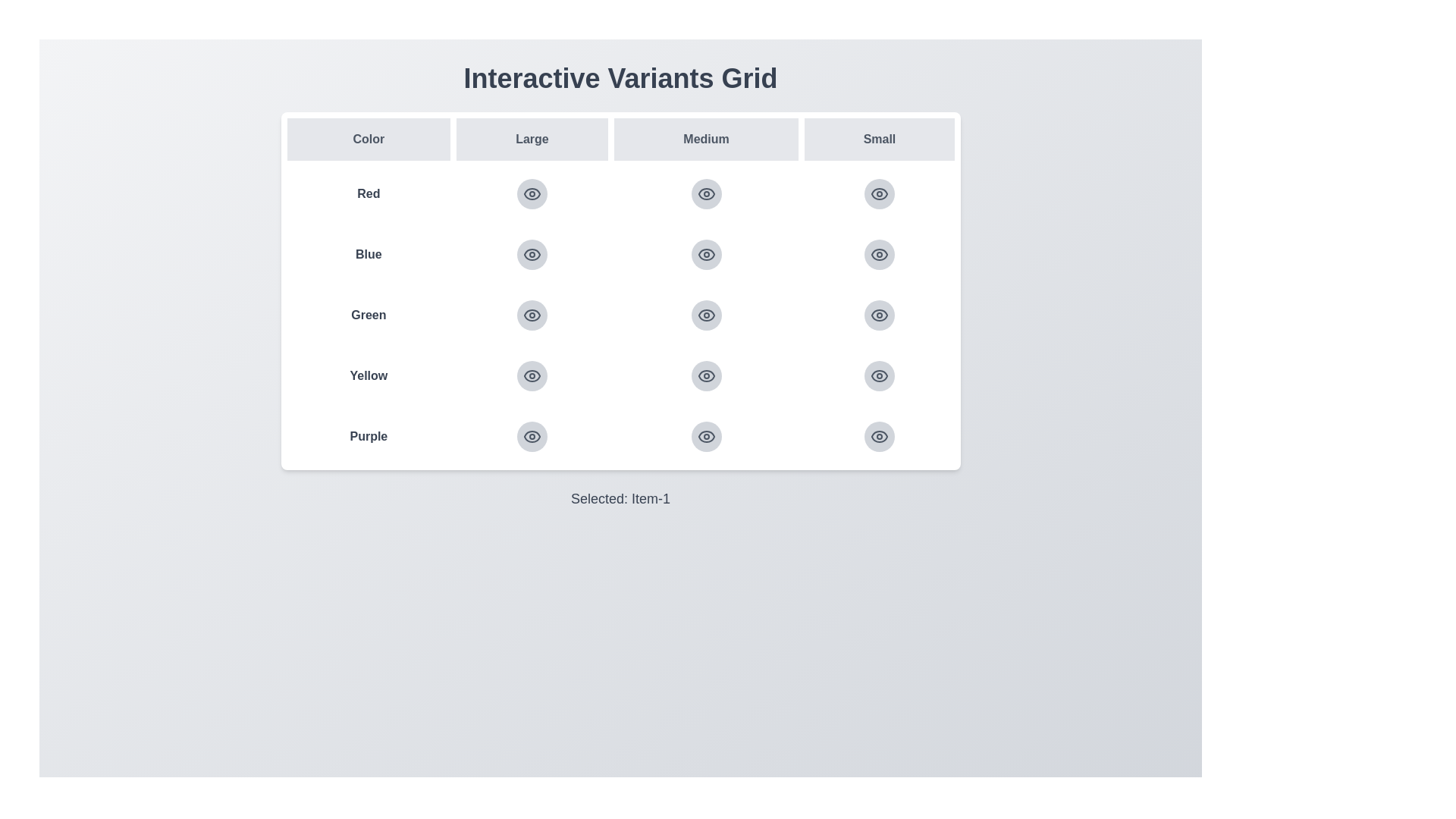  Describe the element at coordinates (705, 375) in the screenshot. I see `the Eye icon button located in the fourth row and third column of the Interactive Variants Grid` at that location.